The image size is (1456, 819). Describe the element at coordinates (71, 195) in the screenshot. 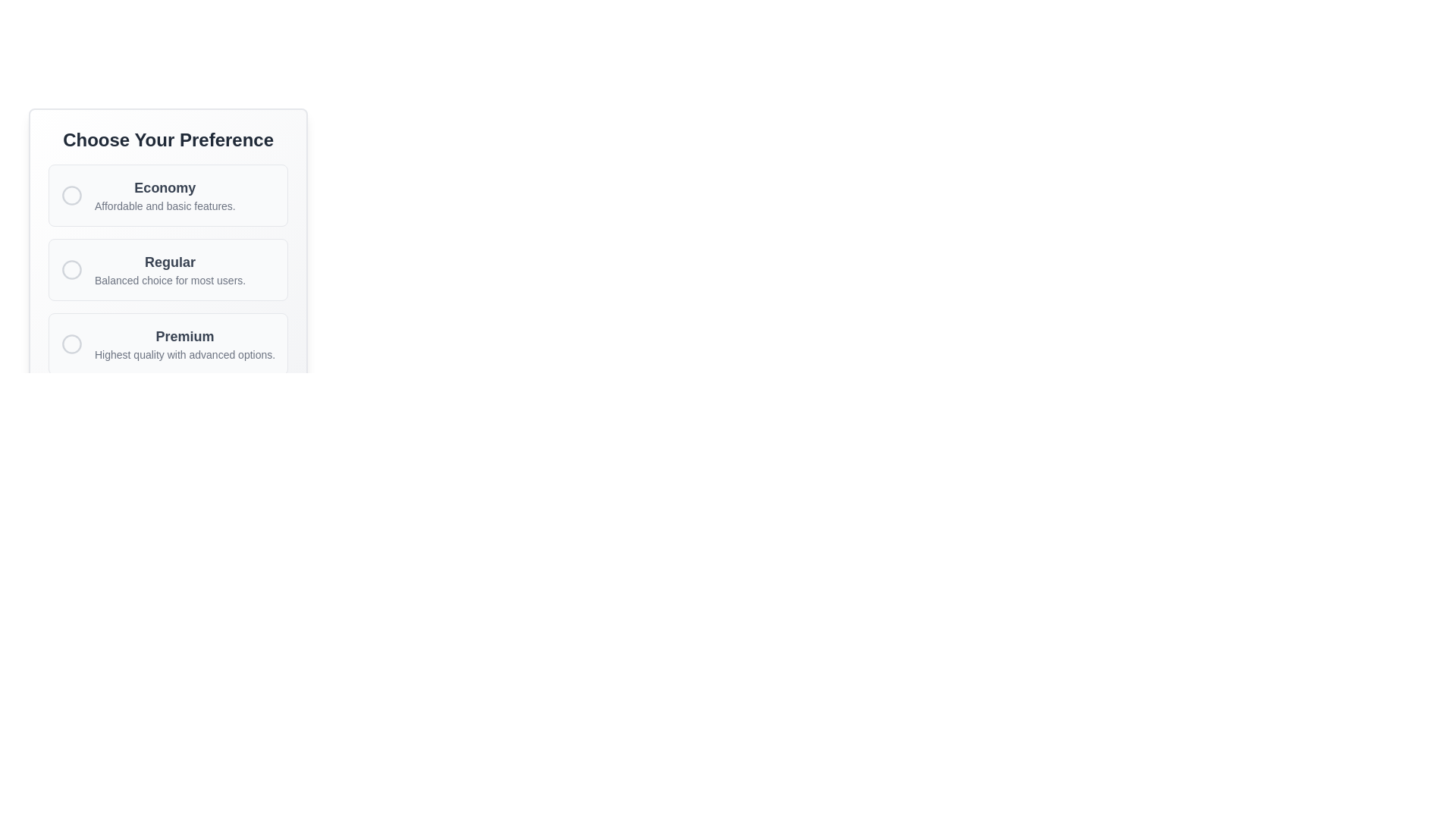

I see `the first radio button in the selection panel` at that location.